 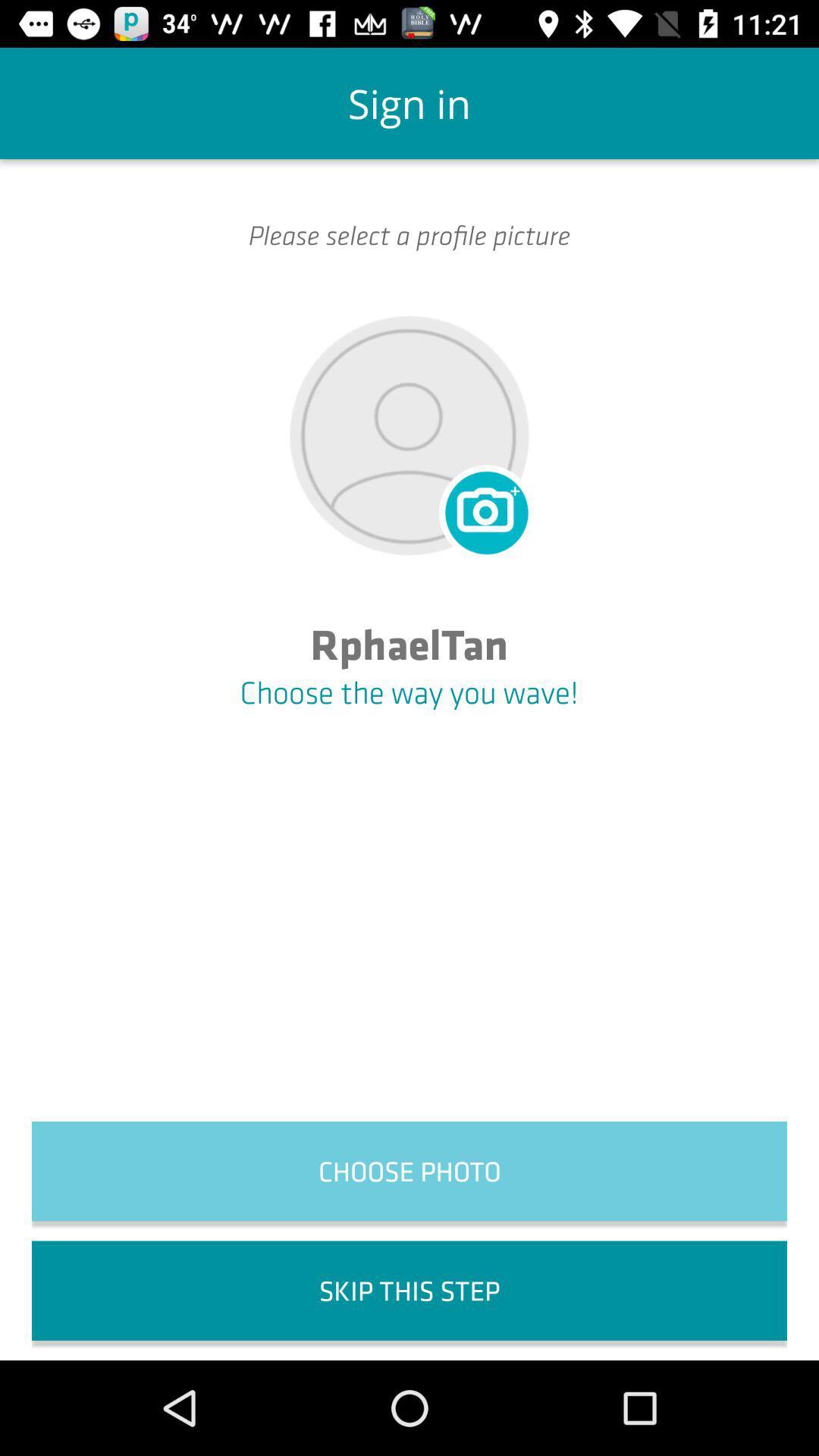 I want to click on the icon above the rphaeltan, so click(x=484, y=510).